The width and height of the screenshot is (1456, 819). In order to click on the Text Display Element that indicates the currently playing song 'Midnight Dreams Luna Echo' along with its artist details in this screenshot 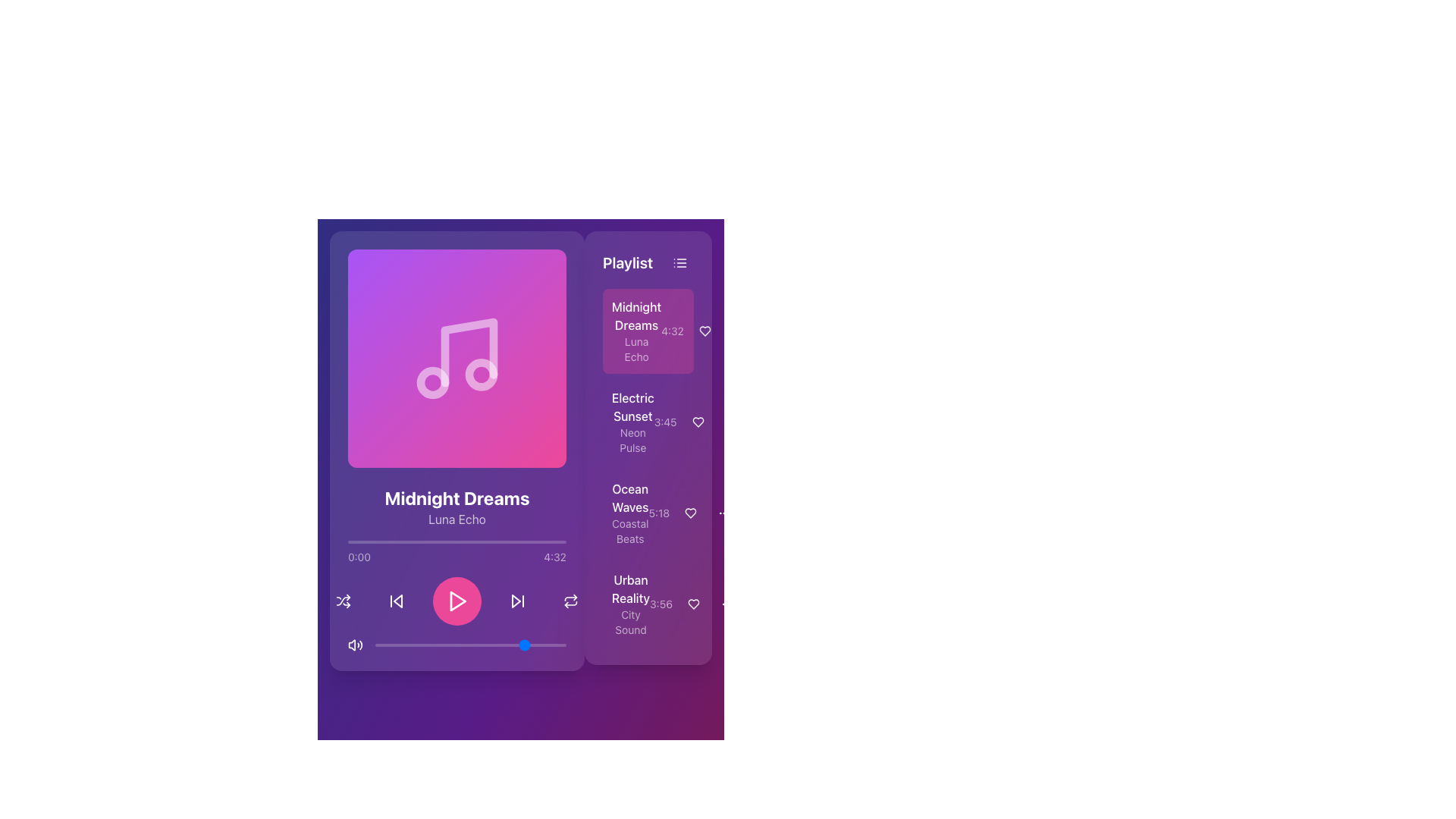, I will do `click(457, 507)`.